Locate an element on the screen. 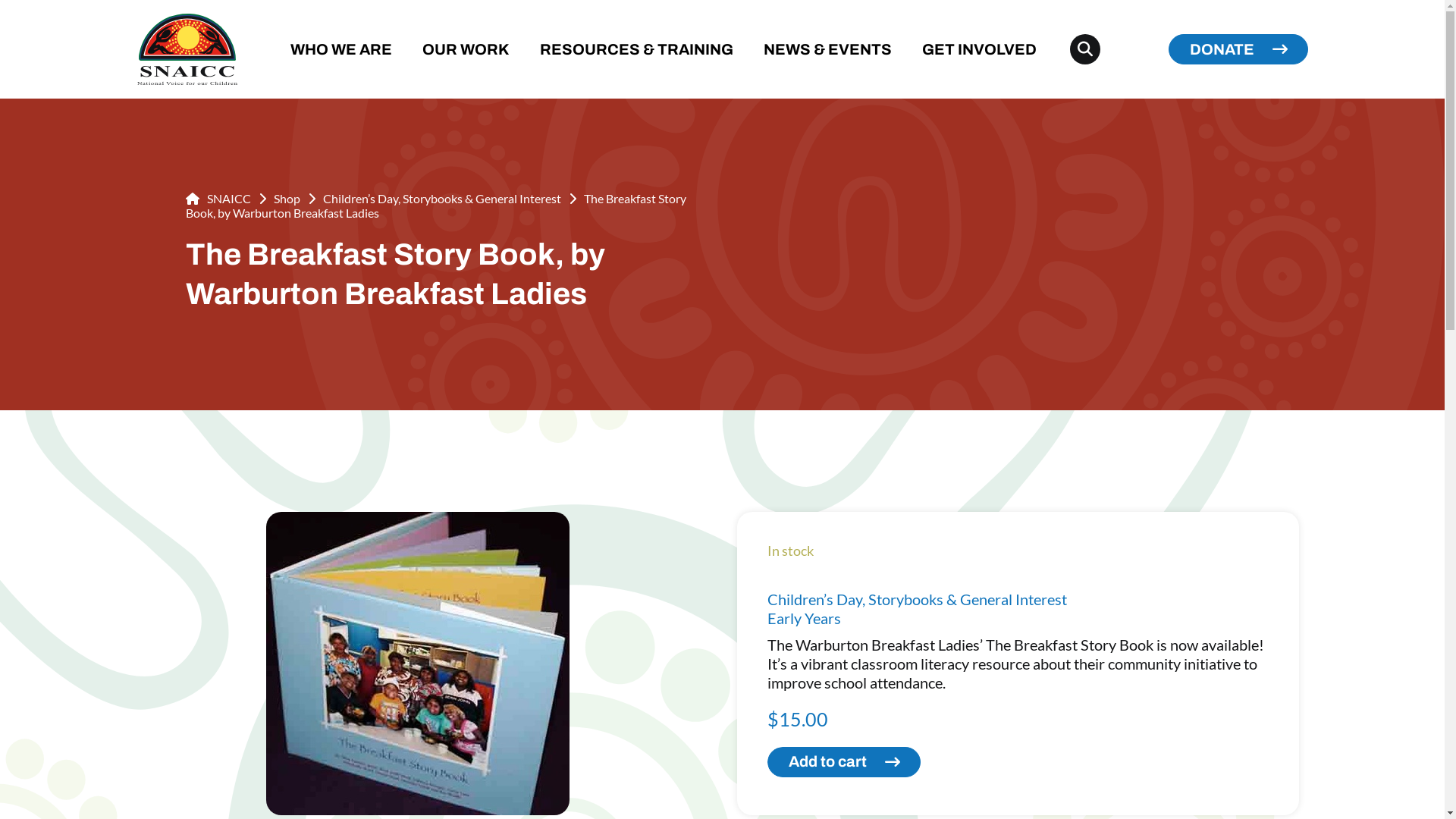  'Shop' is located at coordinates (286, 197).